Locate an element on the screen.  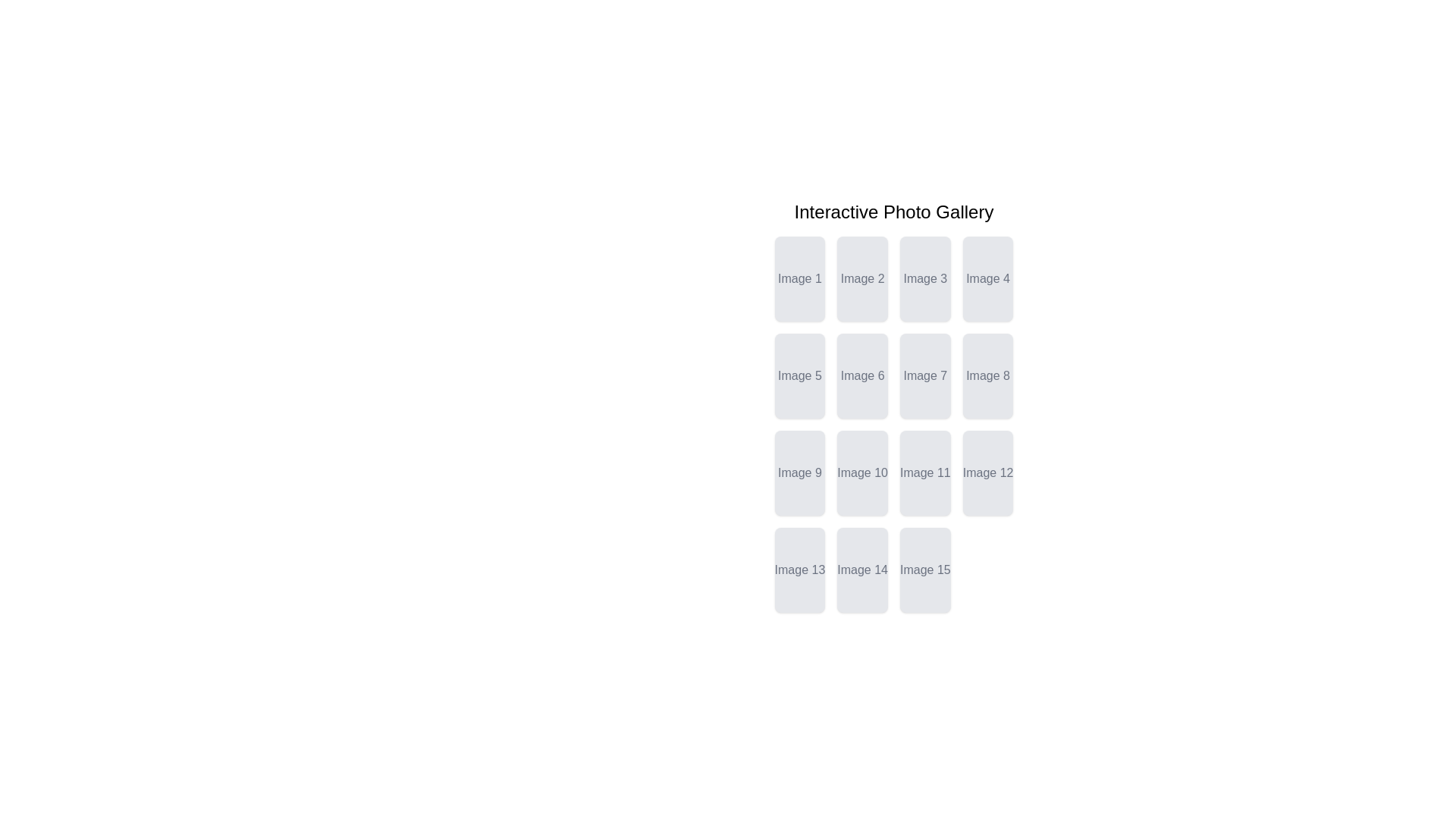
the button that initiates or views comments for the item labeled 'Image 9' in the interactive photo gallery is located at coordinates (799, 500).